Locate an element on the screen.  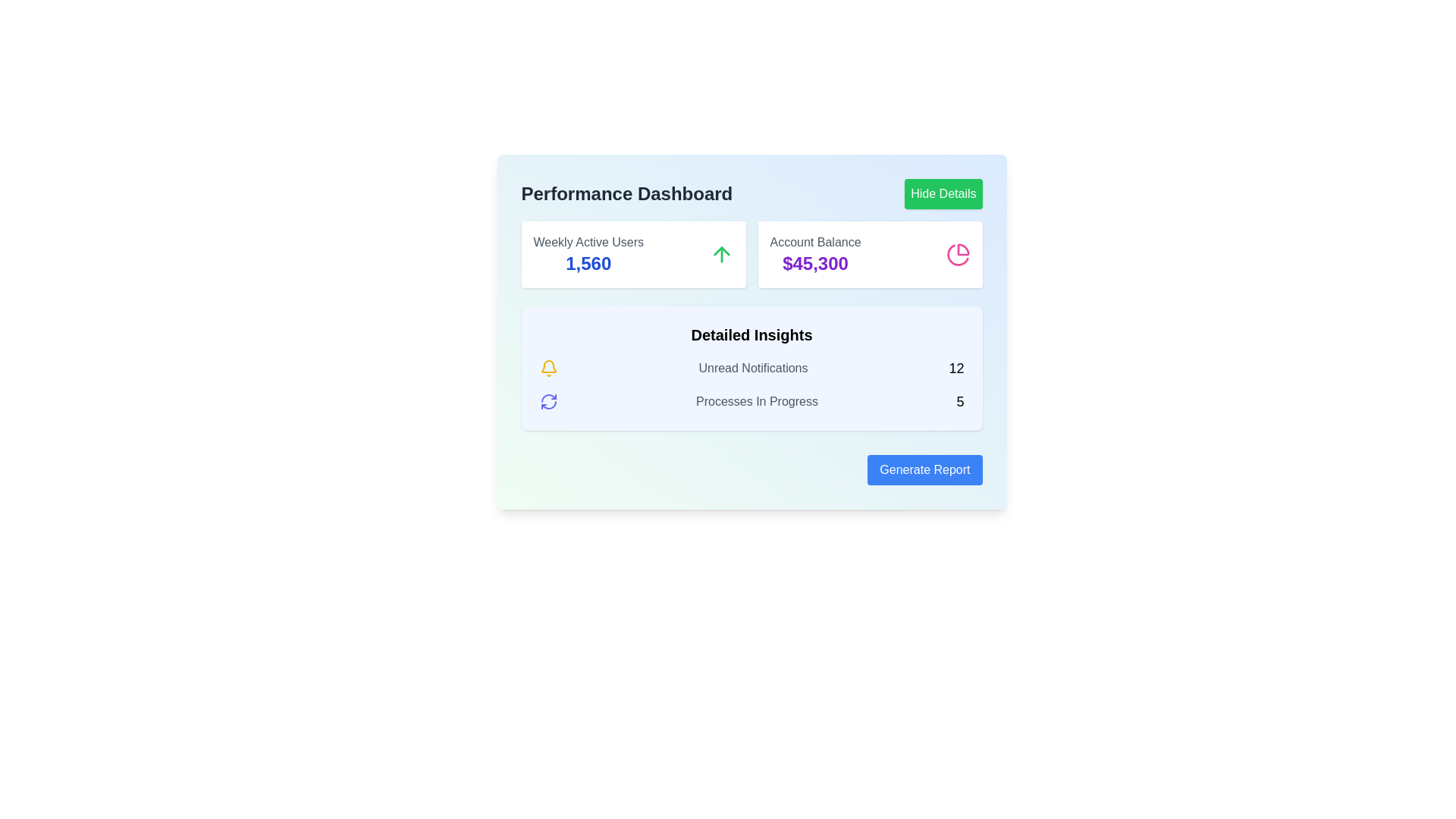
the numeric value displayed in the Text Display Component that shows the weekly active user count, located on the left side of the dashboard interface is located at coordinates (588, 253).